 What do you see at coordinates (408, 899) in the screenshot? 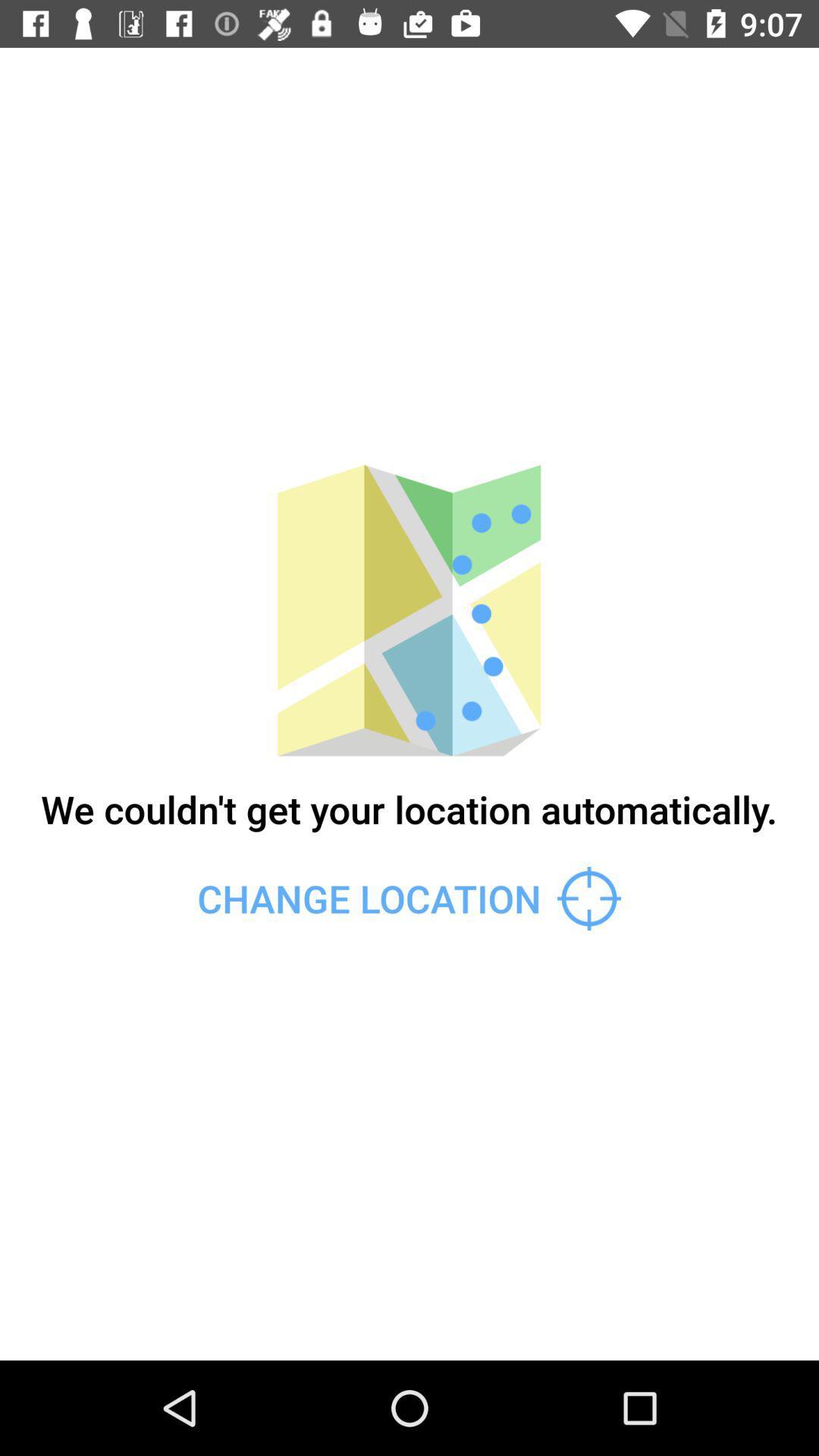
I see `change location` at bounding box center [408, 899].